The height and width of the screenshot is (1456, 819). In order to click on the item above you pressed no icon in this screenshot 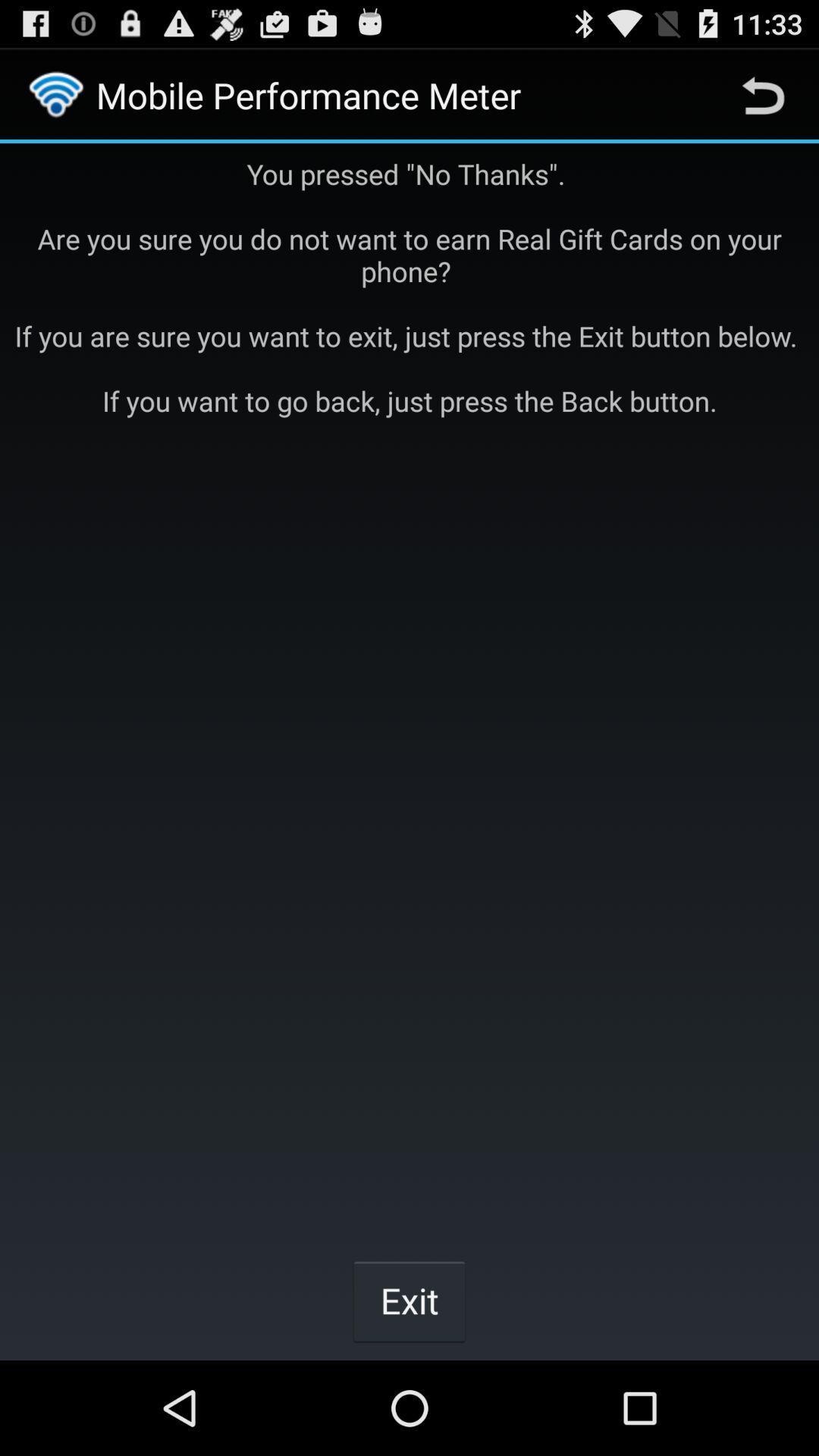, I will do `click(763, 94)`.